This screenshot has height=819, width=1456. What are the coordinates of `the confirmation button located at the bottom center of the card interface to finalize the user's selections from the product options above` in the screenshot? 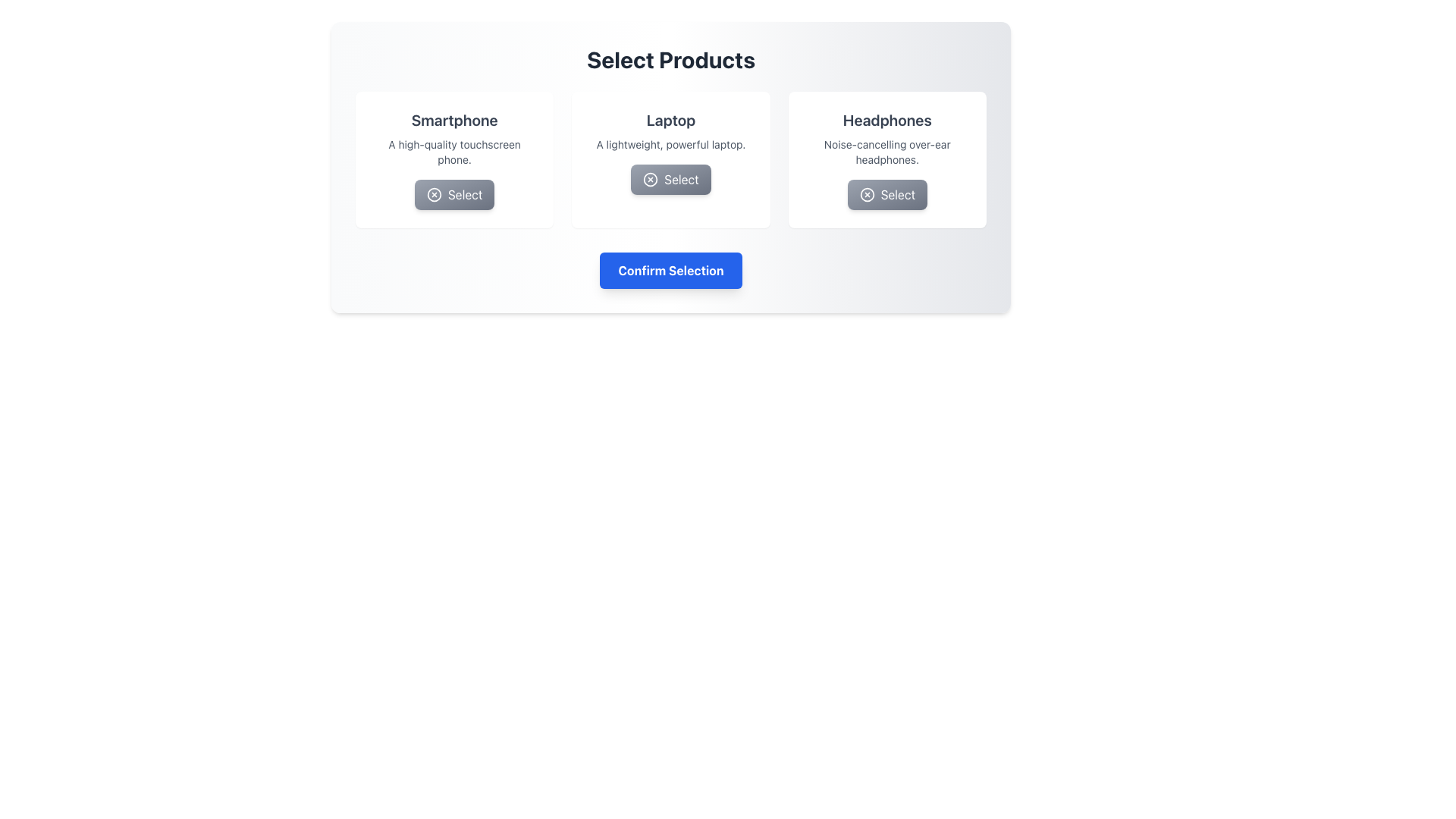 It's located at (670, 270).